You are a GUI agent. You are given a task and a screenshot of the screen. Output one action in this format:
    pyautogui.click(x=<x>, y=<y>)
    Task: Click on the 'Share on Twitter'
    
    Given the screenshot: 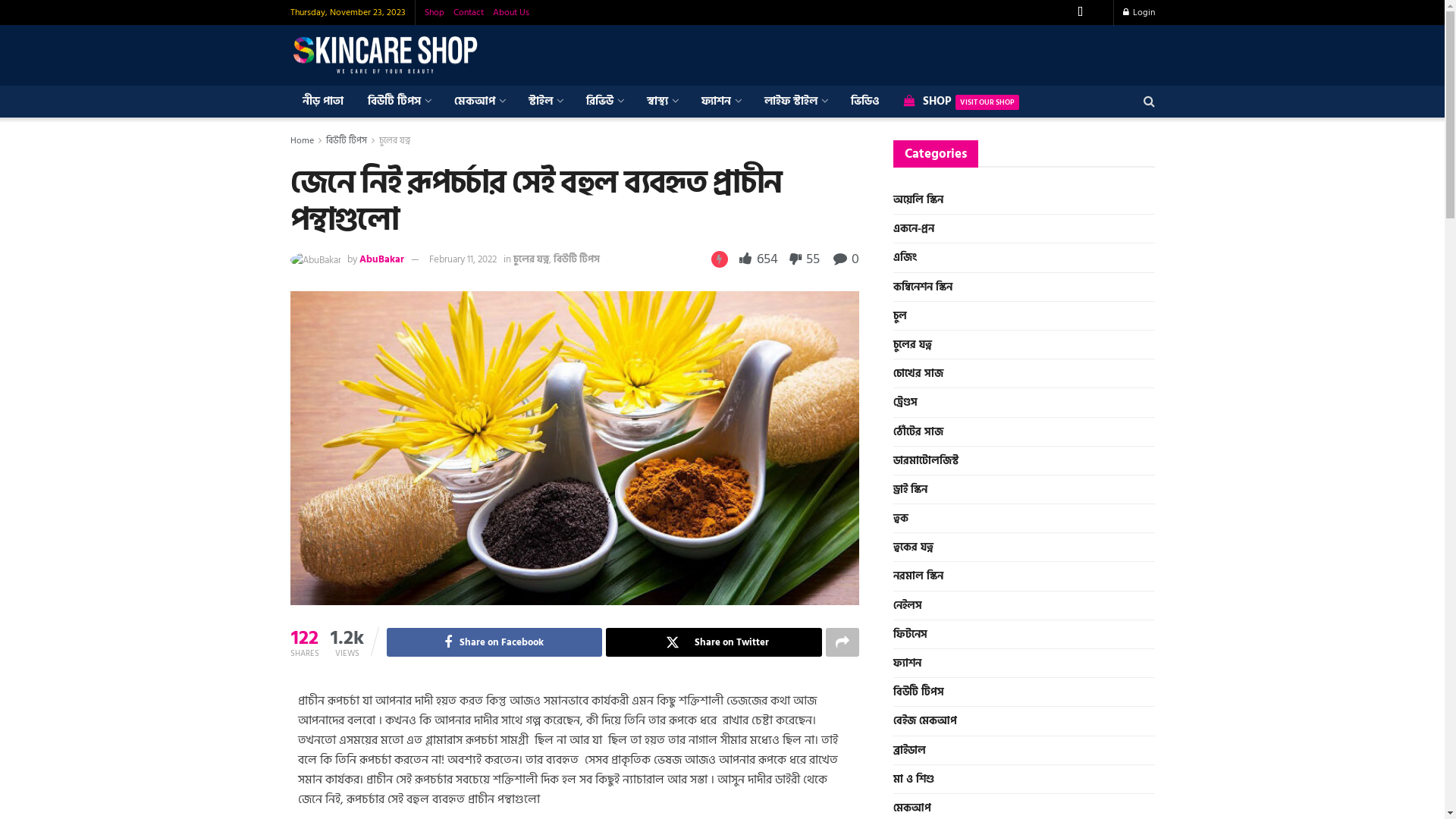 What is the action you would take?
    pyautogui.click(x=604, y=642)
    